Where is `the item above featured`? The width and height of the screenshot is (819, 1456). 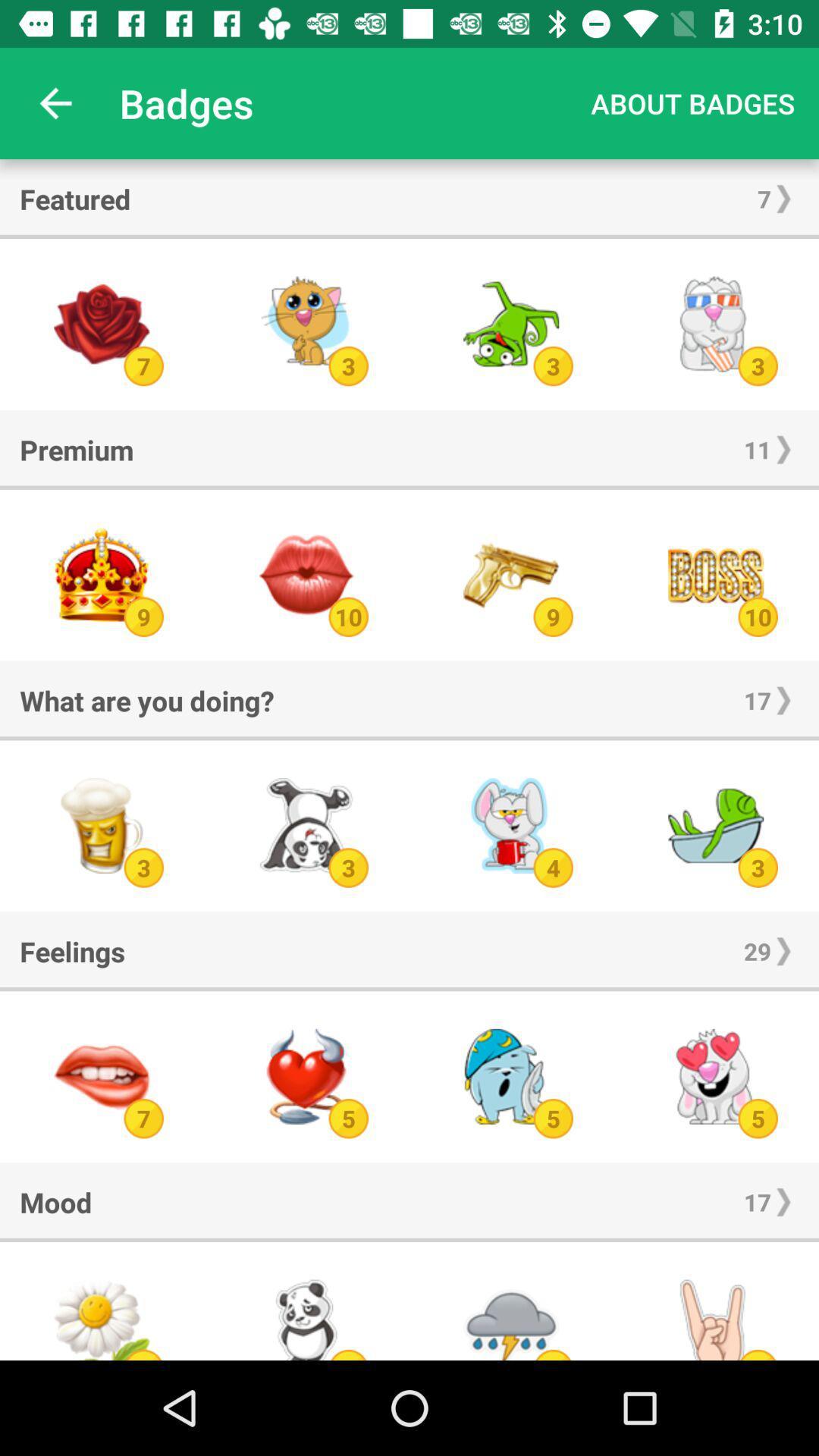
the item above featured is located at coordinates (55, 102).